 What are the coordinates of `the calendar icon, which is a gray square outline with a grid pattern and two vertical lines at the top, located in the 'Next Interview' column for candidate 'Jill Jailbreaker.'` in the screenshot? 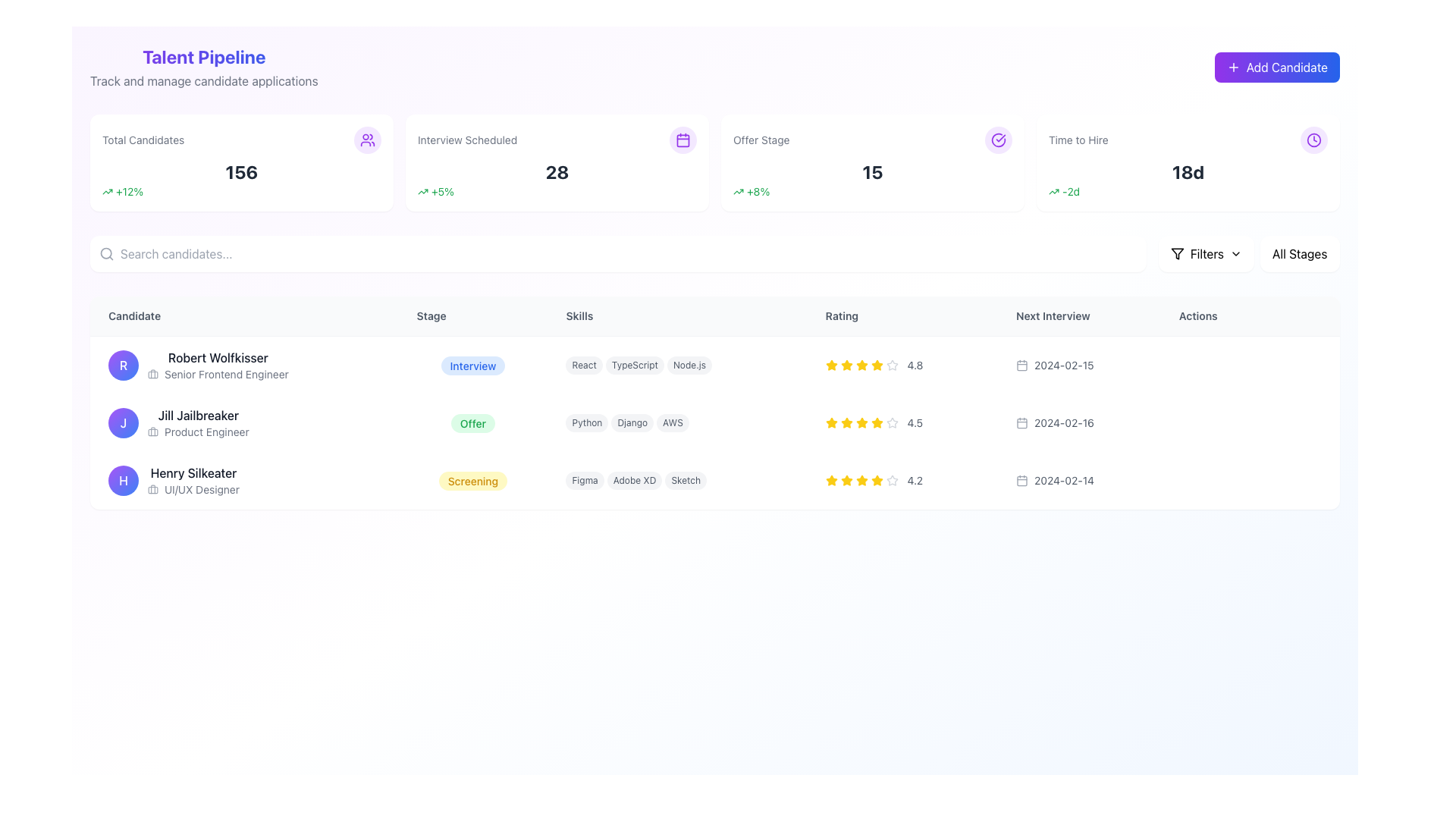 It's located at (1022, 423).